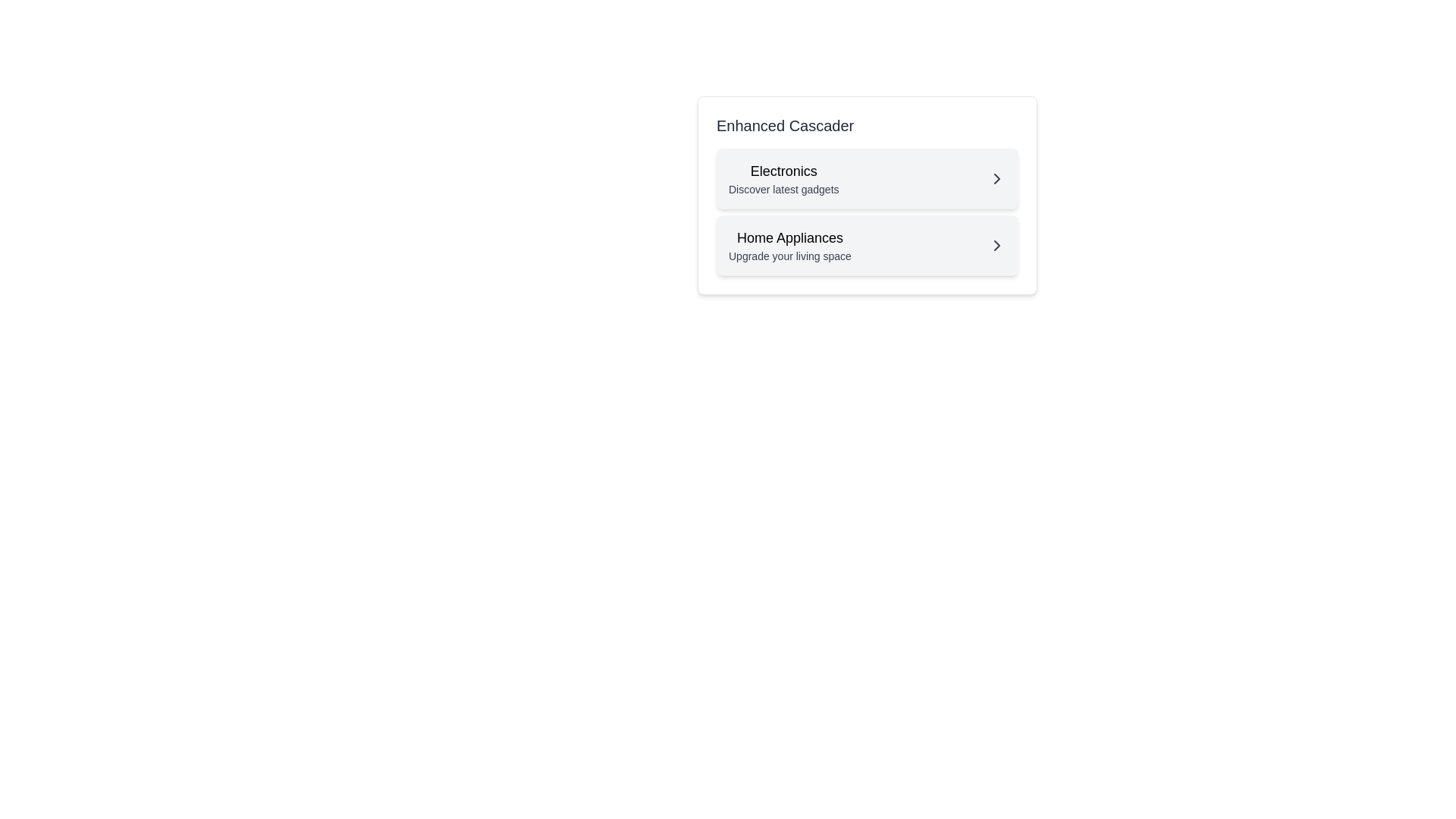  What do you see at coordinates (997, 245) in the screenshot?
I see `the icon positioned in the second row labeled 'Home Appliances', located to the right of the 'Upgrade your living space' text` at bounding box center [997, 245].